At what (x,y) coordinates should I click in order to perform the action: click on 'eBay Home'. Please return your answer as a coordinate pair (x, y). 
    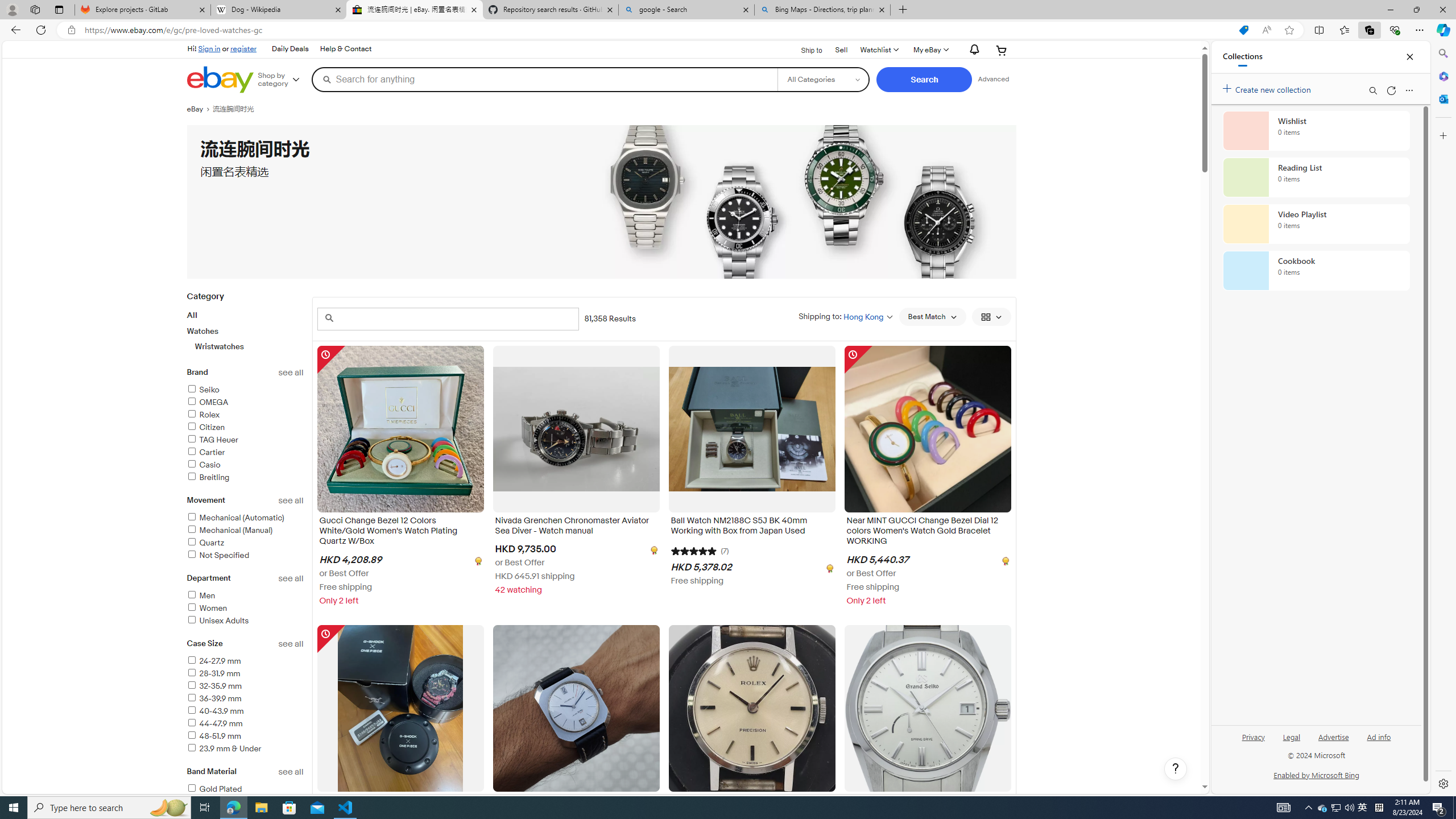
    Looking at the image, I should click on (220, 79).